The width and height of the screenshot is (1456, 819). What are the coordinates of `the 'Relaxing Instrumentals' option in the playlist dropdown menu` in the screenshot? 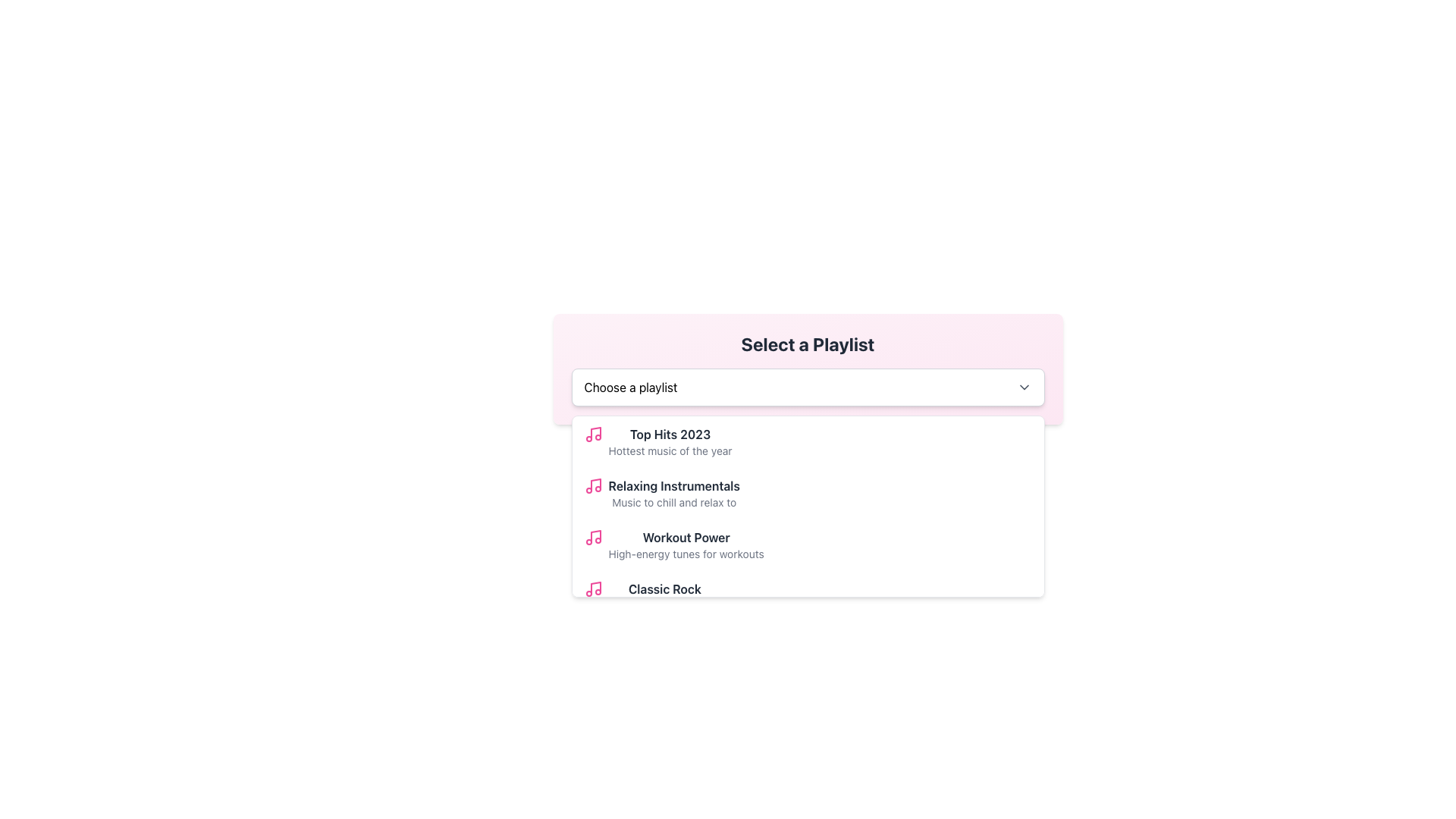 It's located at (807, 494).